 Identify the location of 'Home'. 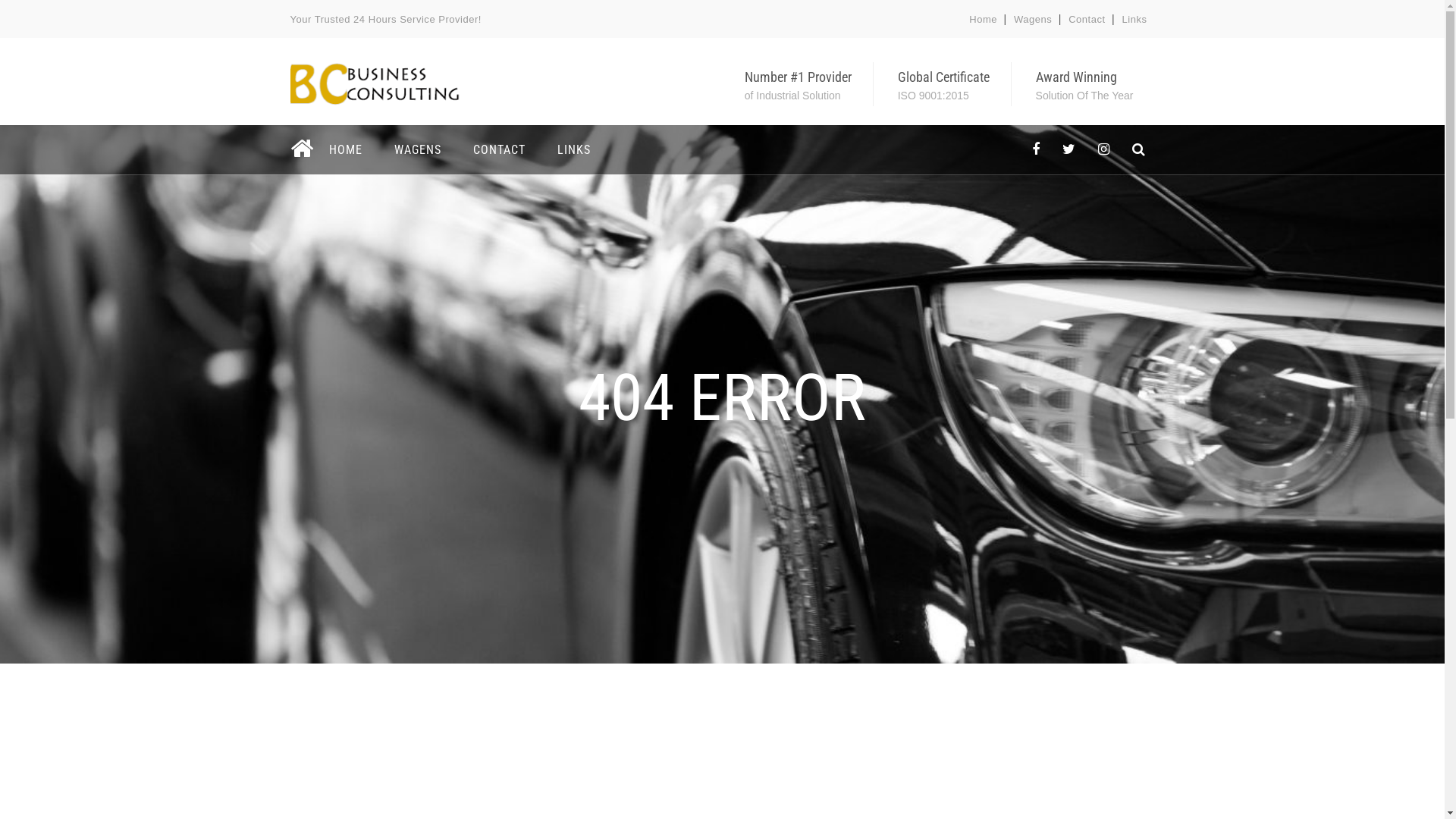
(983, 19).